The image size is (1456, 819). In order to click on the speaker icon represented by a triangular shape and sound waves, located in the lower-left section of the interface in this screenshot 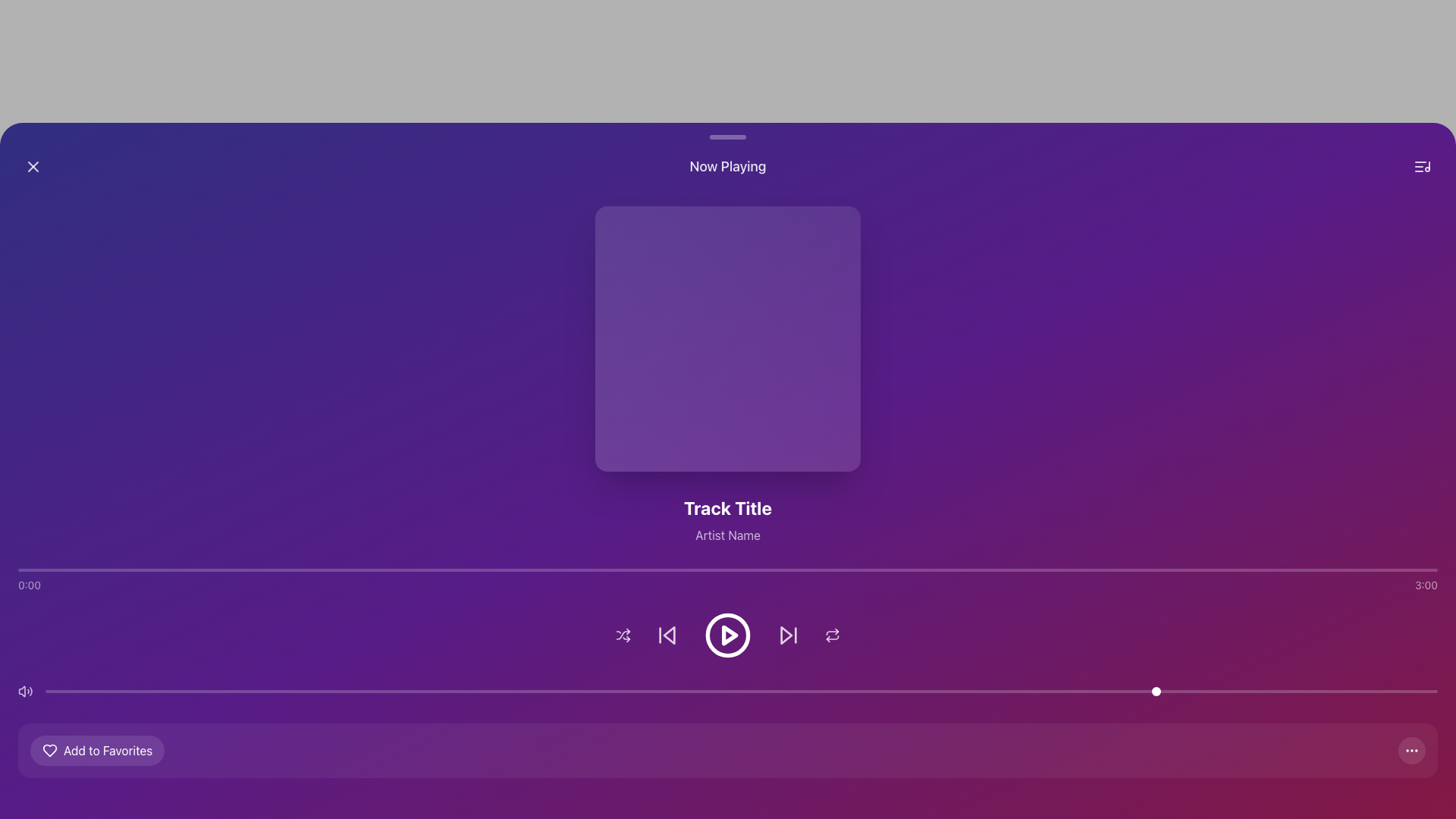, I will do `click(22, 691)`.